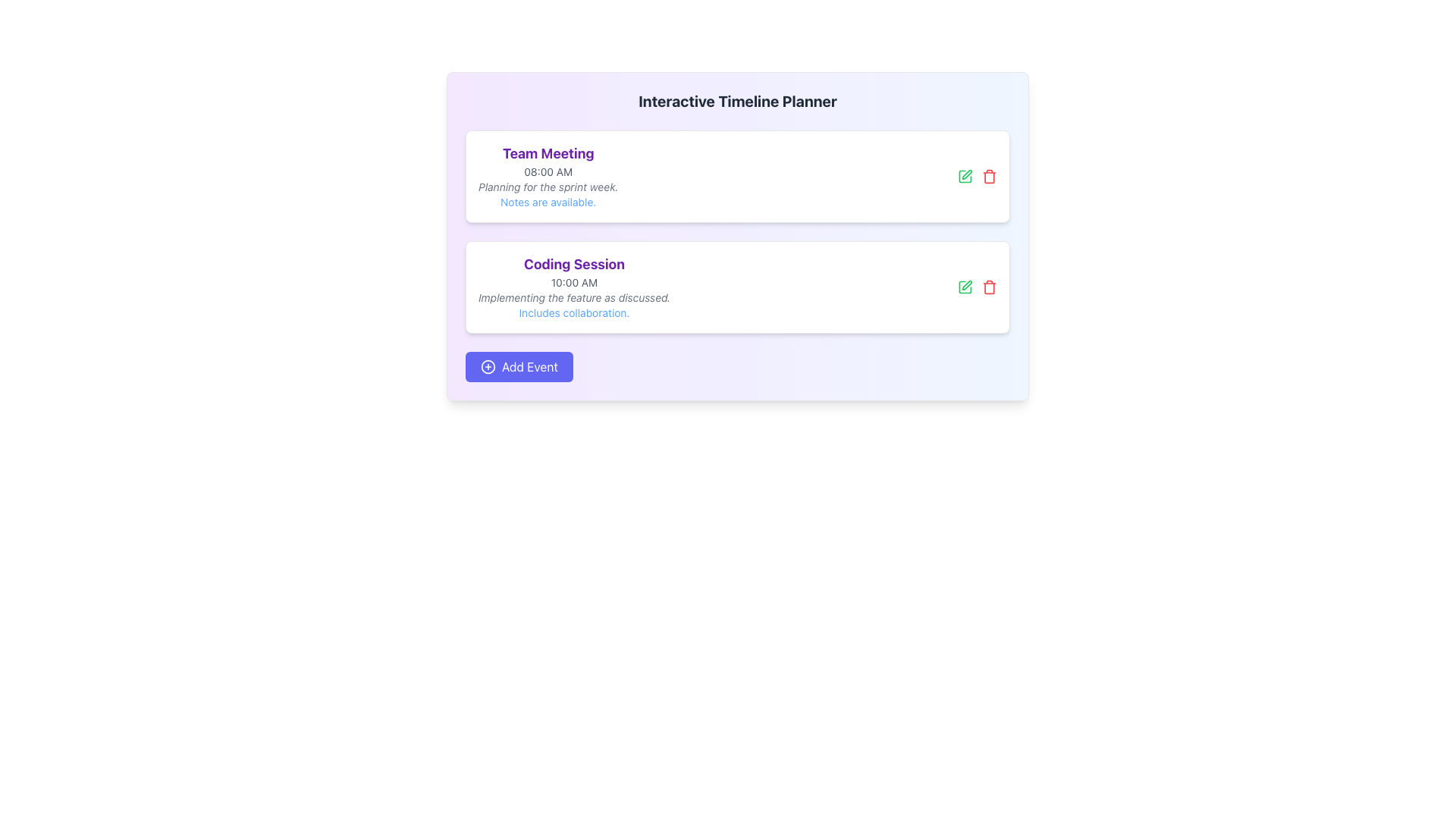 Image resolution: width=1456 pixels, height=819 pixels. What do you see at coordinates (977, 287) in the screenshot?
I see `the trash icon located in the bottom-right corner of the 'Coding Session' card` at bounding box center [977, 287].